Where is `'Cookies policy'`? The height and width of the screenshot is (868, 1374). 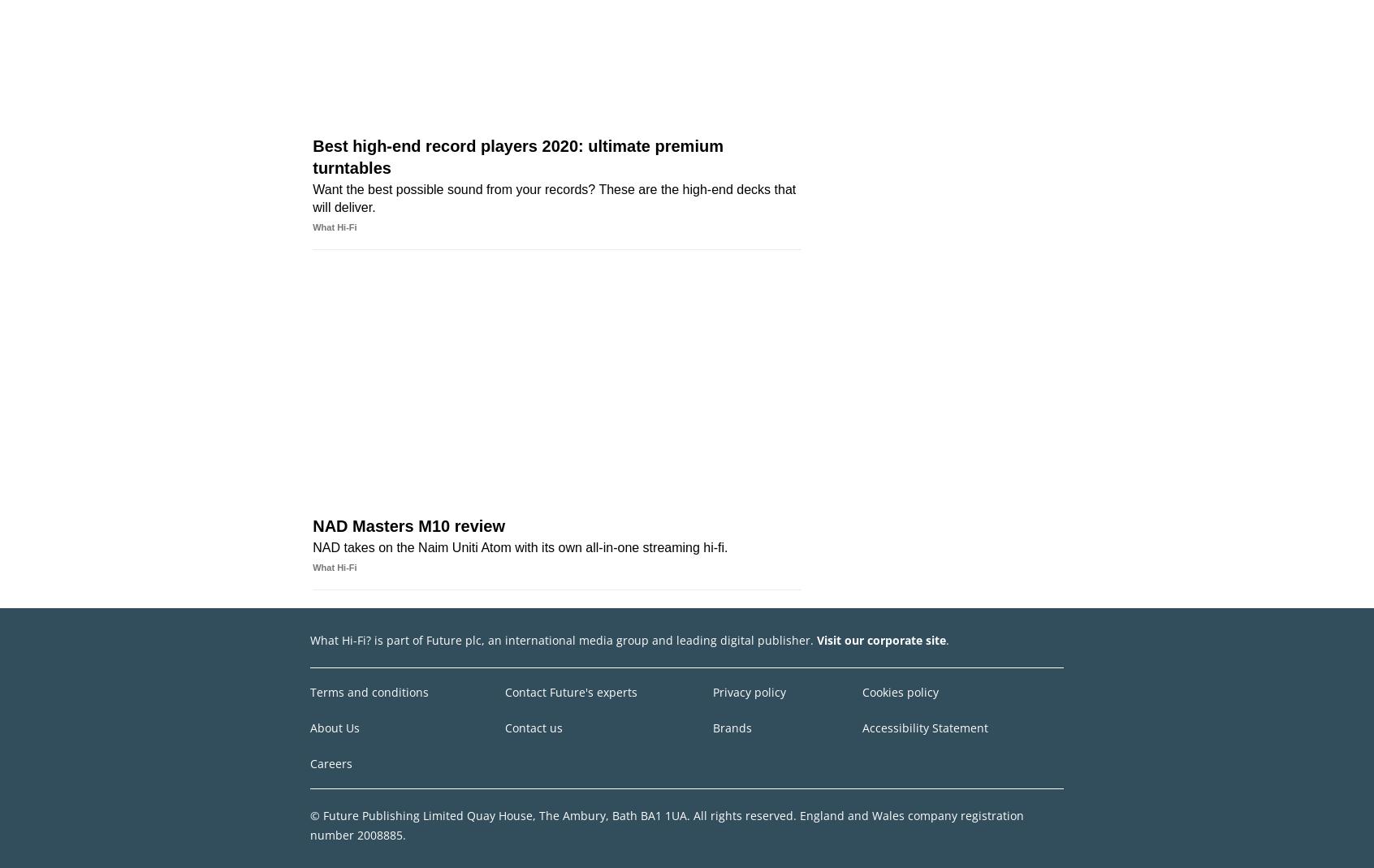
'Cookies policy' is located at coordinates (862, 691).